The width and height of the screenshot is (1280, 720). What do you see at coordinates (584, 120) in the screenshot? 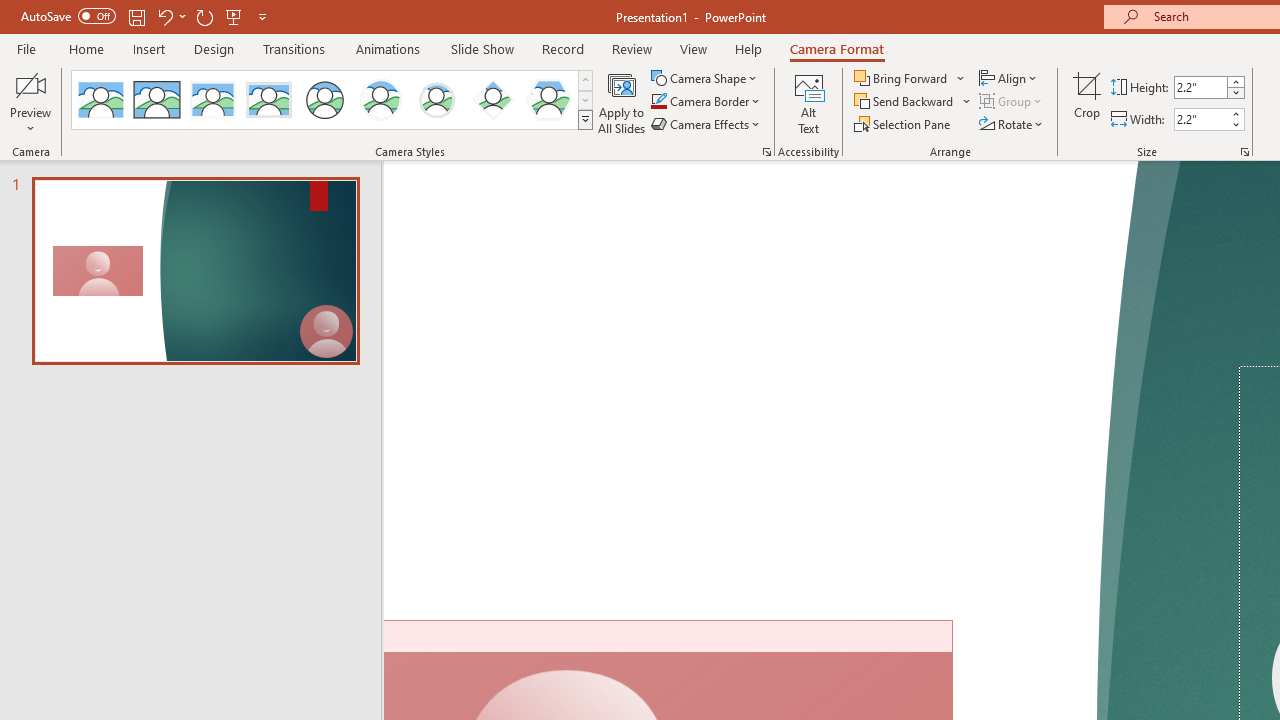
I see `'Camera Styles'` at bounding box center [584, 120].